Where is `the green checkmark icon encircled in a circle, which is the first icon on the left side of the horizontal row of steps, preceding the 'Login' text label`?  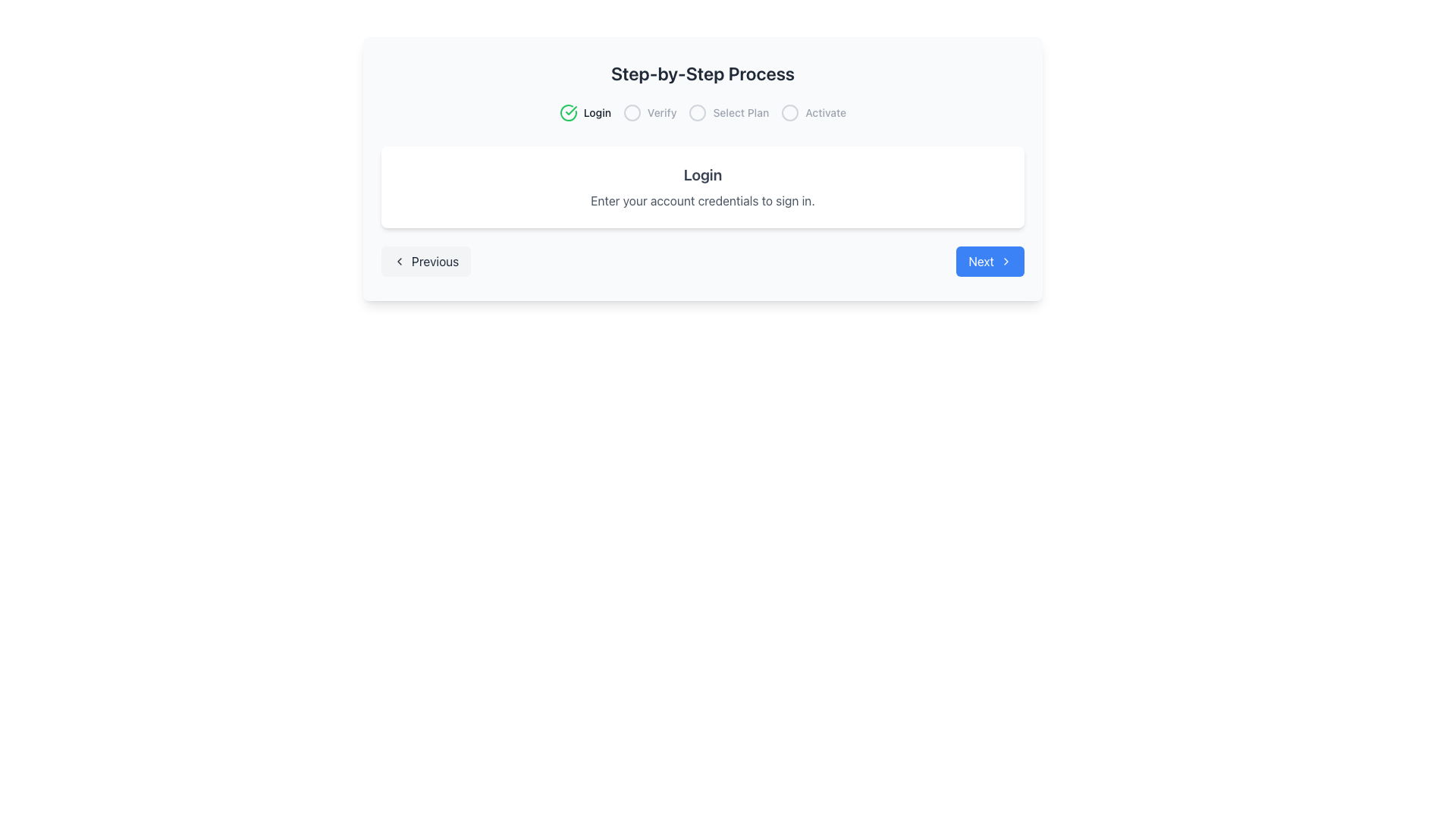
the green checkmark icon encircled in a circle, which is the first icon on the left side of the horizontal row of steps, preceding the 'Login' text label is located at coordinates (567, 112).